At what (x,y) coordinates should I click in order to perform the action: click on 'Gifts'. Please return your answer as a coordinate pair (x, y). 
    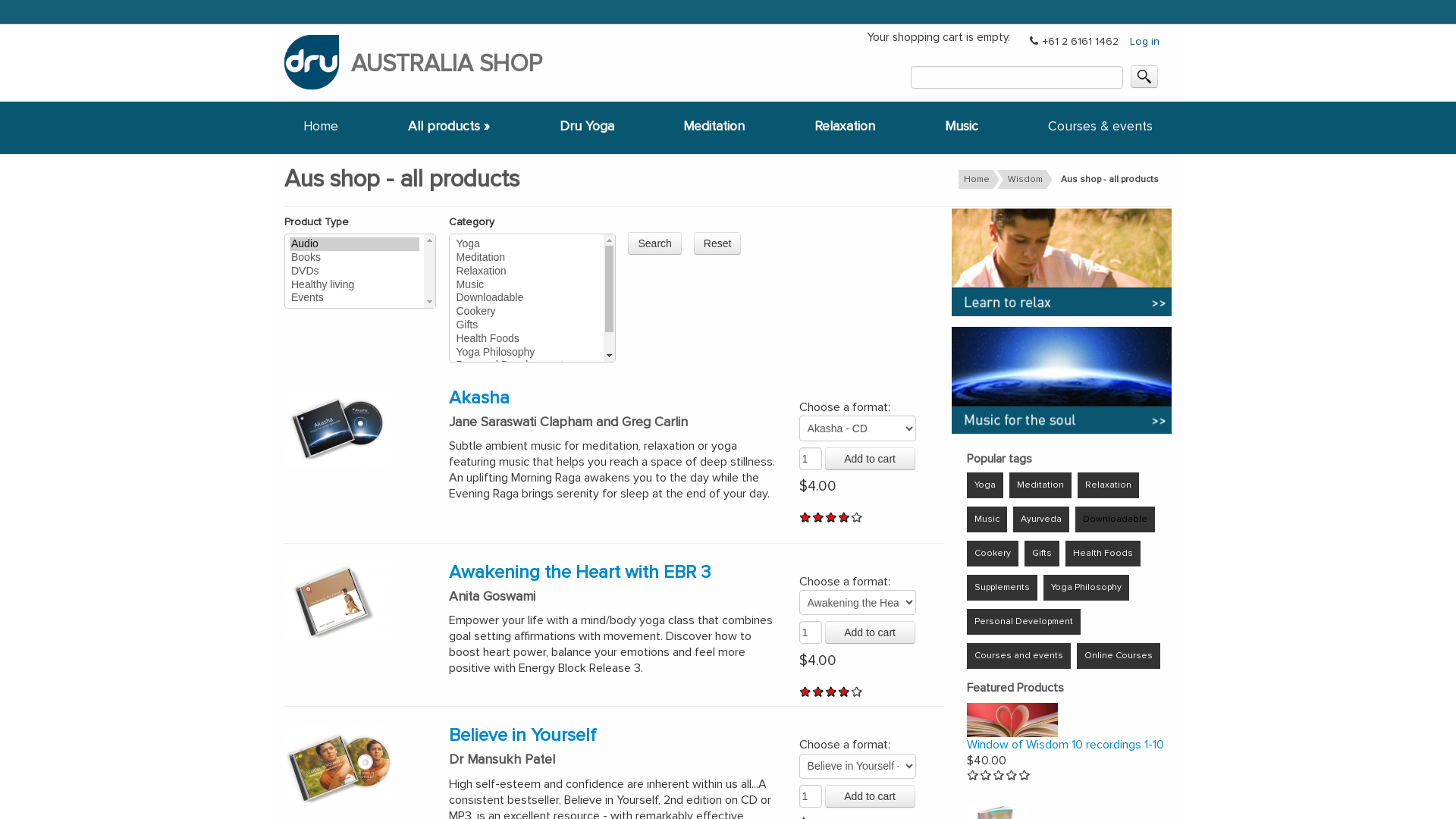
    Looking at the image, I should click on (1024, 553).